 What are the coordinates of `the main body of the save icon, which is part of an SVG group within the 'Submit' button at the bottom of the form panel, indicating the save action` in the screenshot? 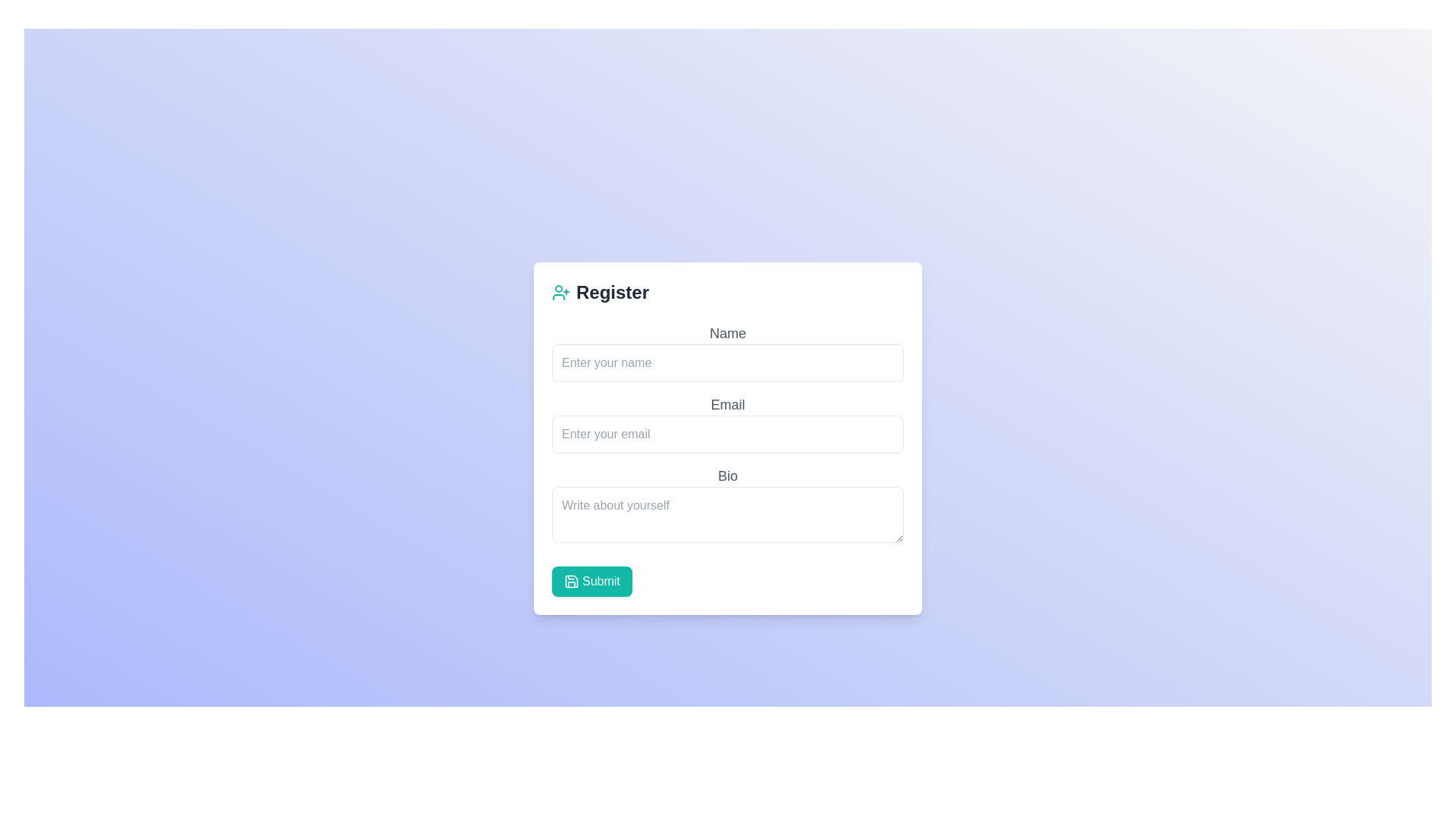 It's located at (570, 580).